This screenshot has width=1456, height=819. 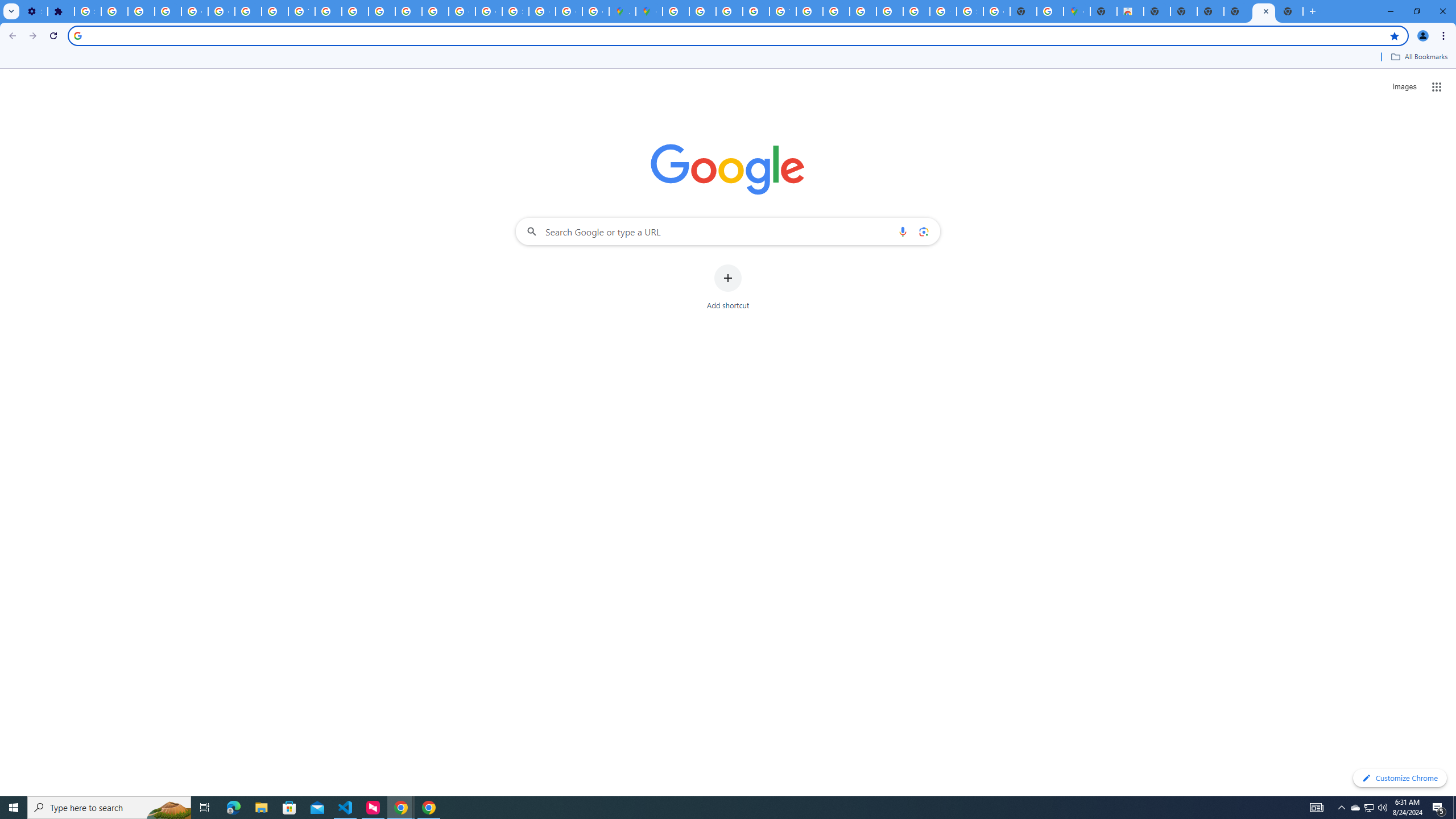 I want to click on 'New Tab', so click(x=1289, y=11).